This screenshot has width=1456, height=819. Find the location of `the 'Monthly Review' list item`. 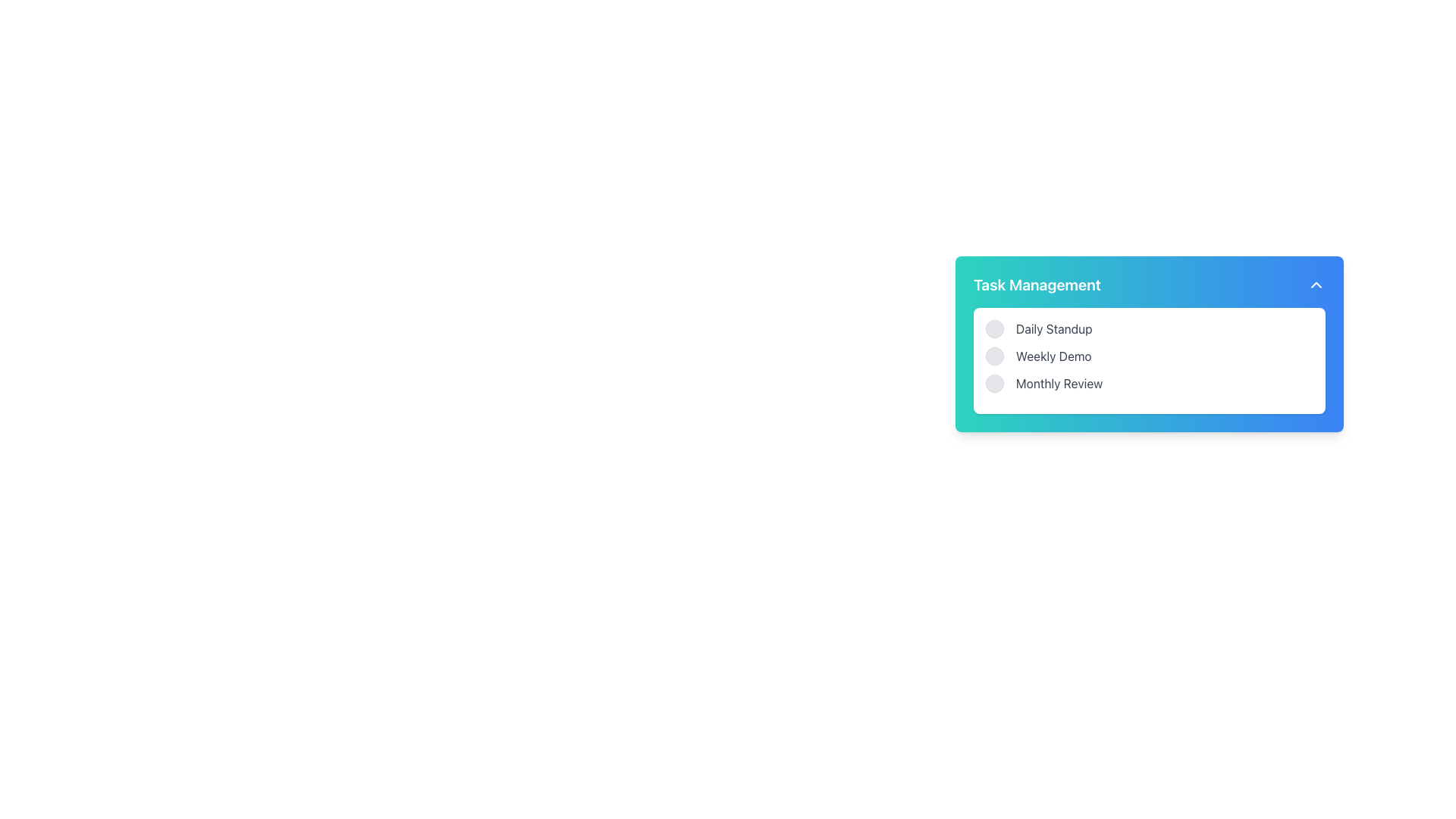

the 'Monthly Review' list item is located at coordinates (1150, 382).